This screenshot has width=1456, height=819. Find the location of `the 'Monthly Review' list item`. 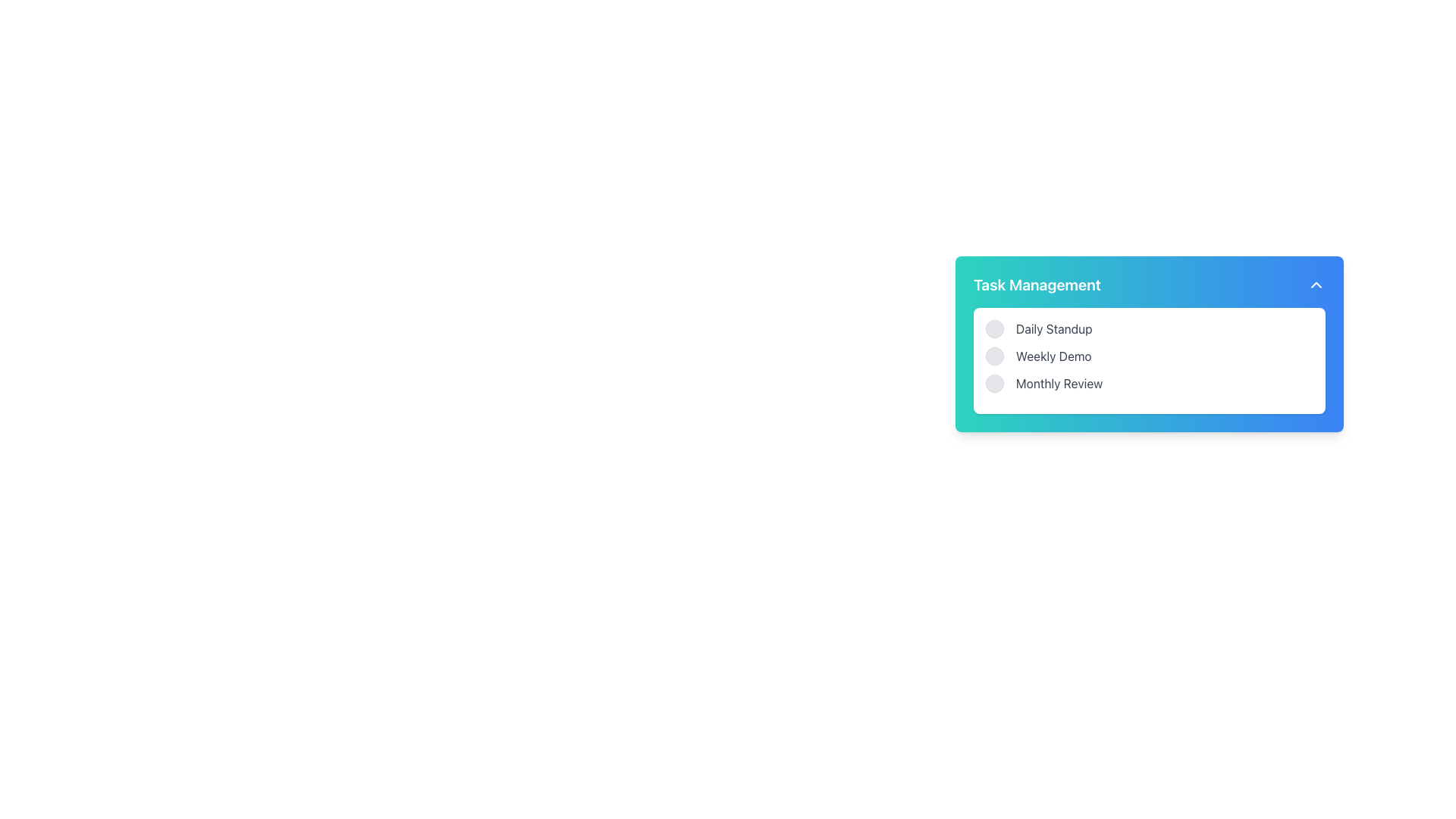

the 'Monthly Review' list item is located at coordinates (1150, 382).